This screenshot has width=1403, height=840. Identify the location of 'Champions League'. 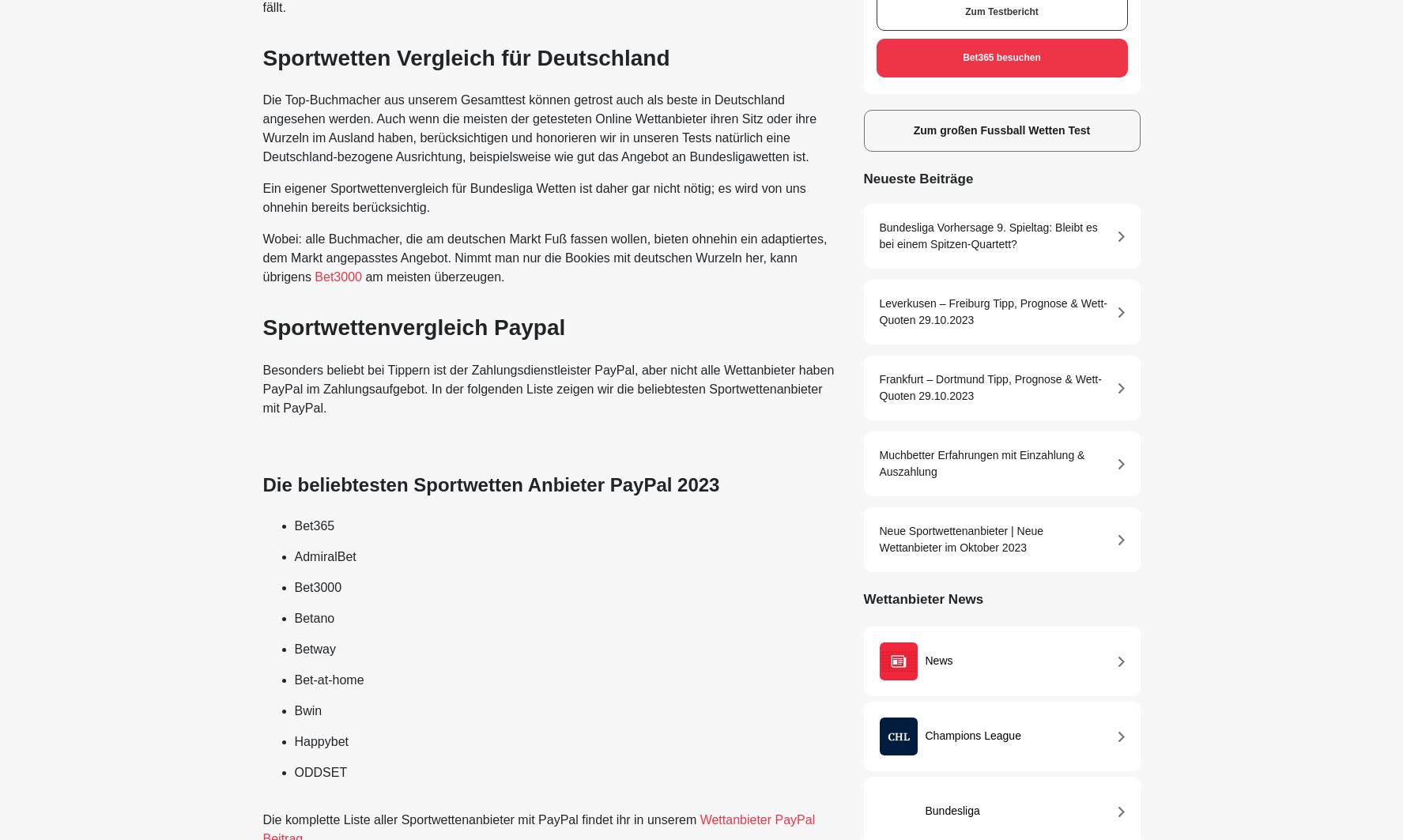
(972, 734).